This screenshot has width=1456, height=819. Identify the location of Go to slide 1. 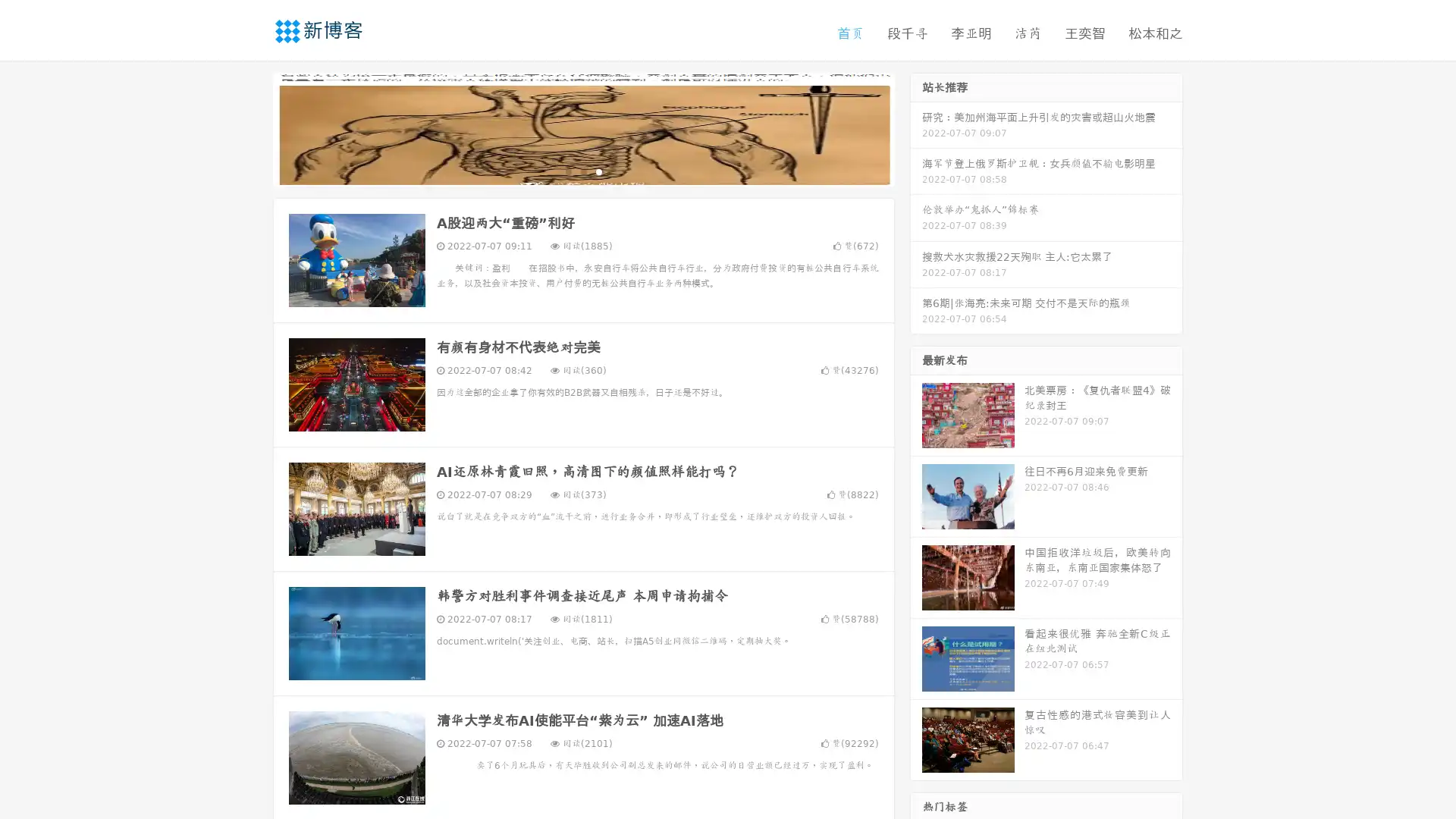
(567, 171).